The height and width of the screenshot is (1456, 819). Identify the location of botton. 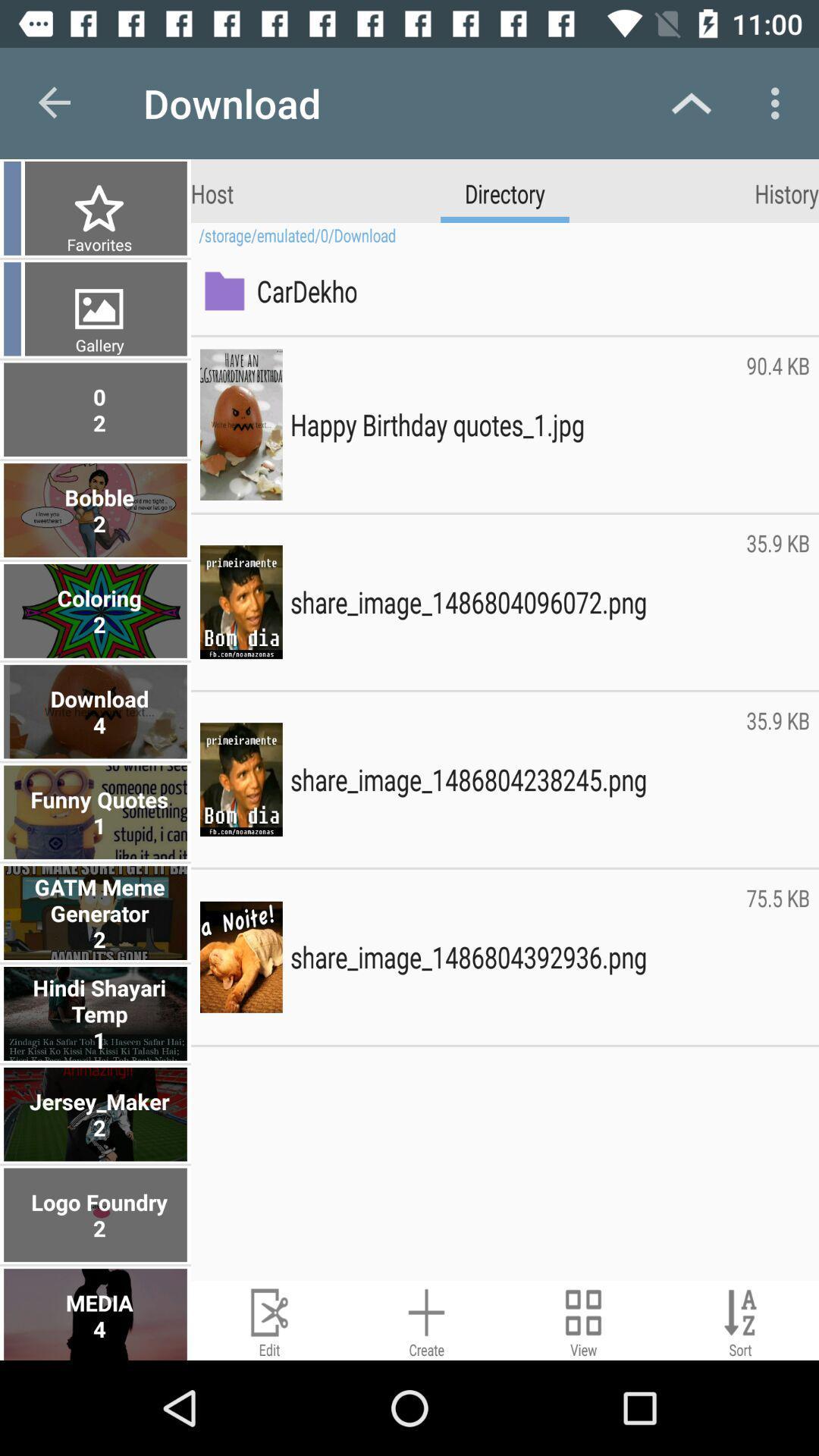
(582, 1319).